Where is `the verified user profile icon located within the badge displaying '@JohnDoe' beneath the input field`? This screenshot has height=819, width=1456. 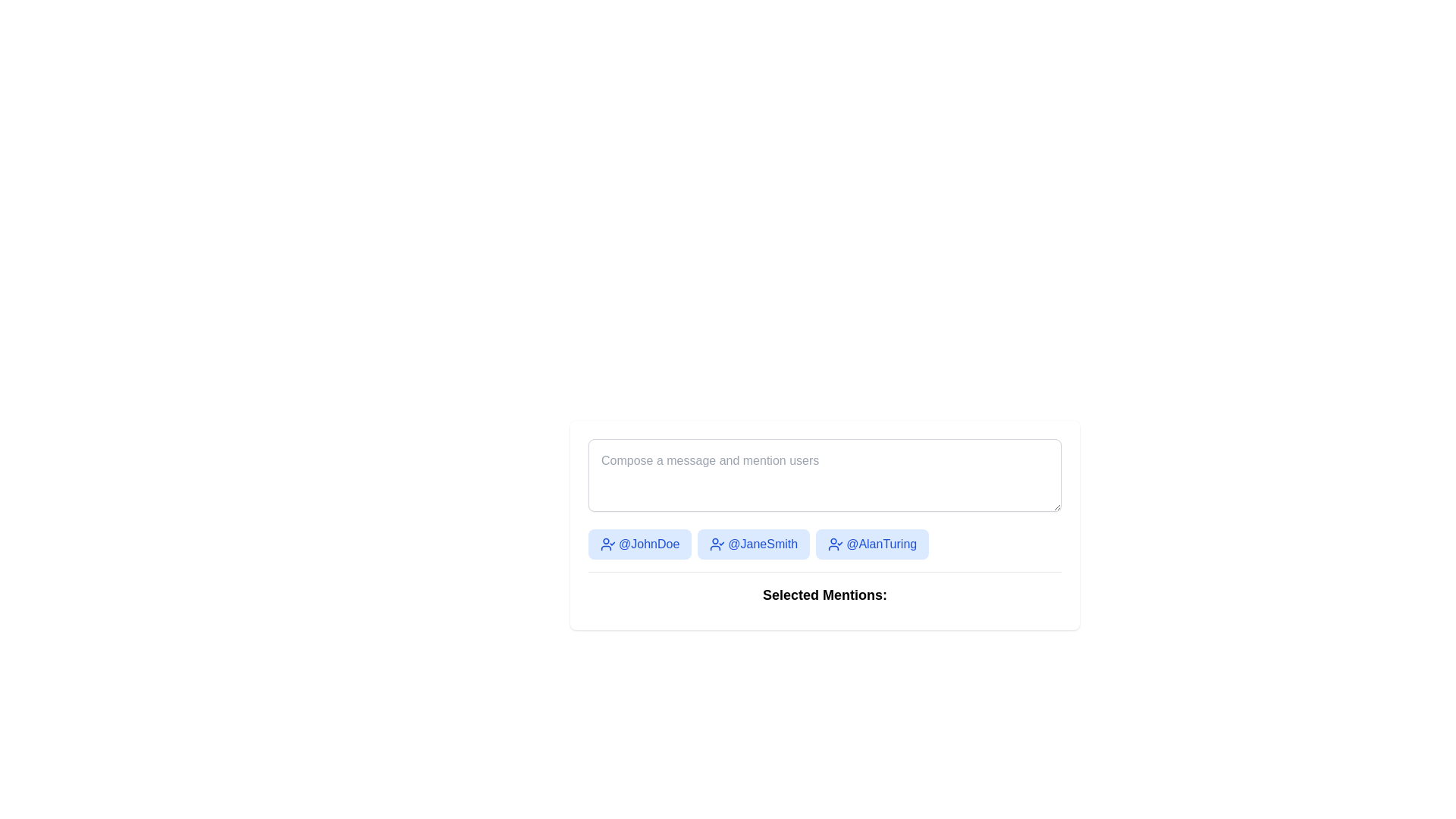
the verified user profile icon located within the badge displaying '@JohnDoe' beneath the input field is located at coordinates (607, 543).